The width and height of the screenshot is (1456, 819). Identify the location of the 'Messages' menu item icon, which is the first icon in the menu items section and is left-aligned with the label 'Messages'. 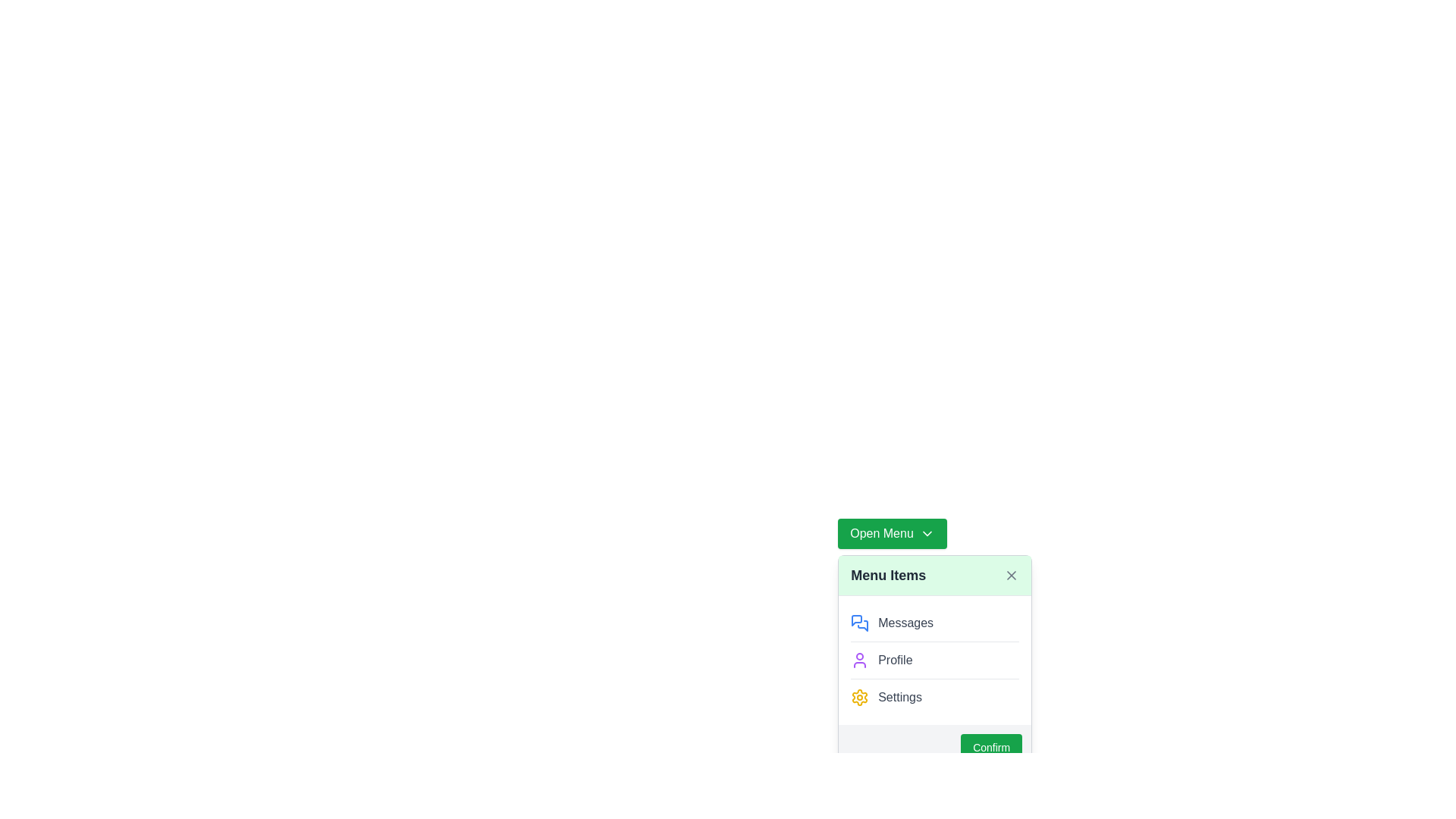
(857, 620).